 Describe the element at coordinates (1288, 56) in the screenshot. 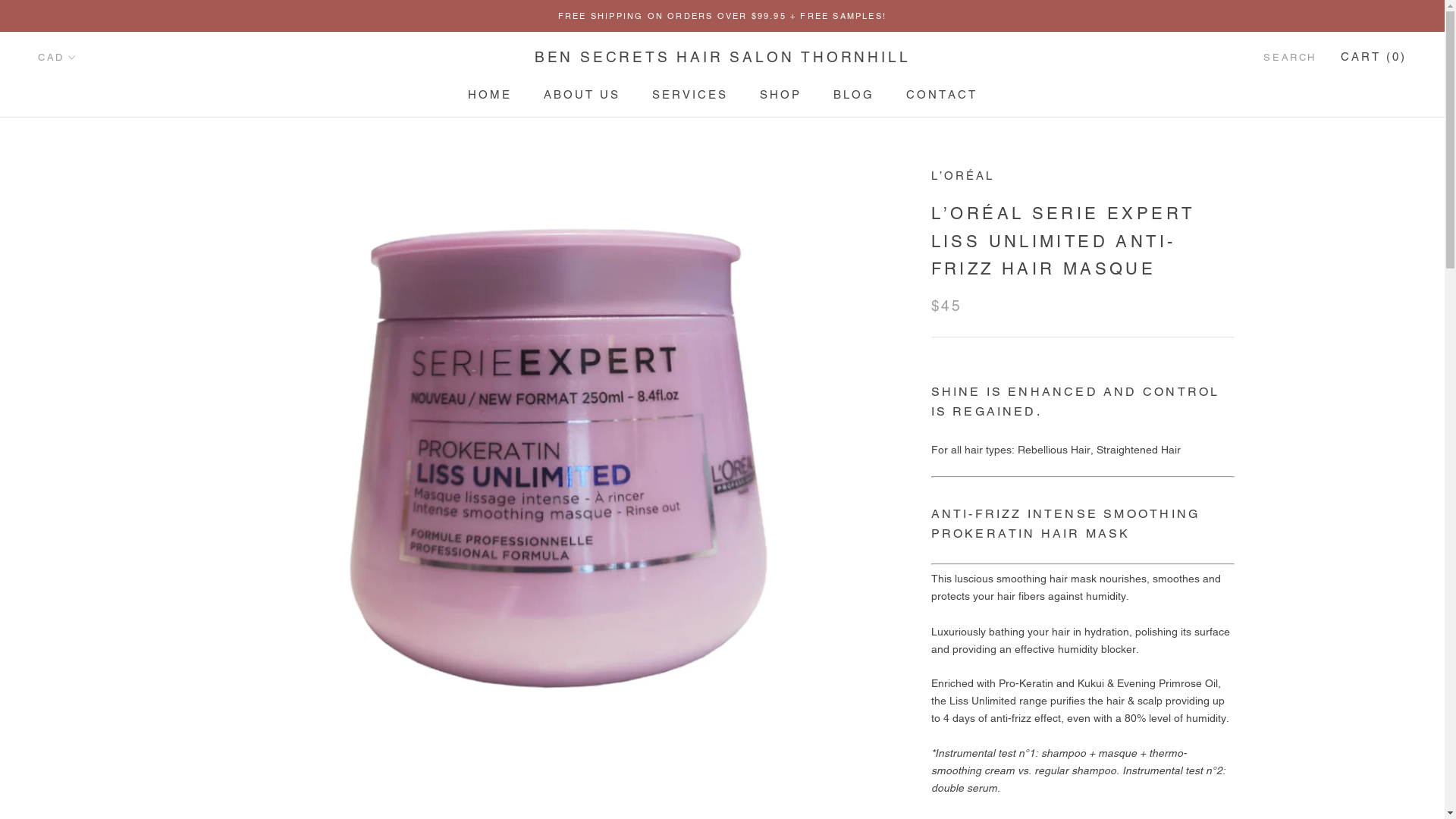

I see `'SEARCH'` at that location.